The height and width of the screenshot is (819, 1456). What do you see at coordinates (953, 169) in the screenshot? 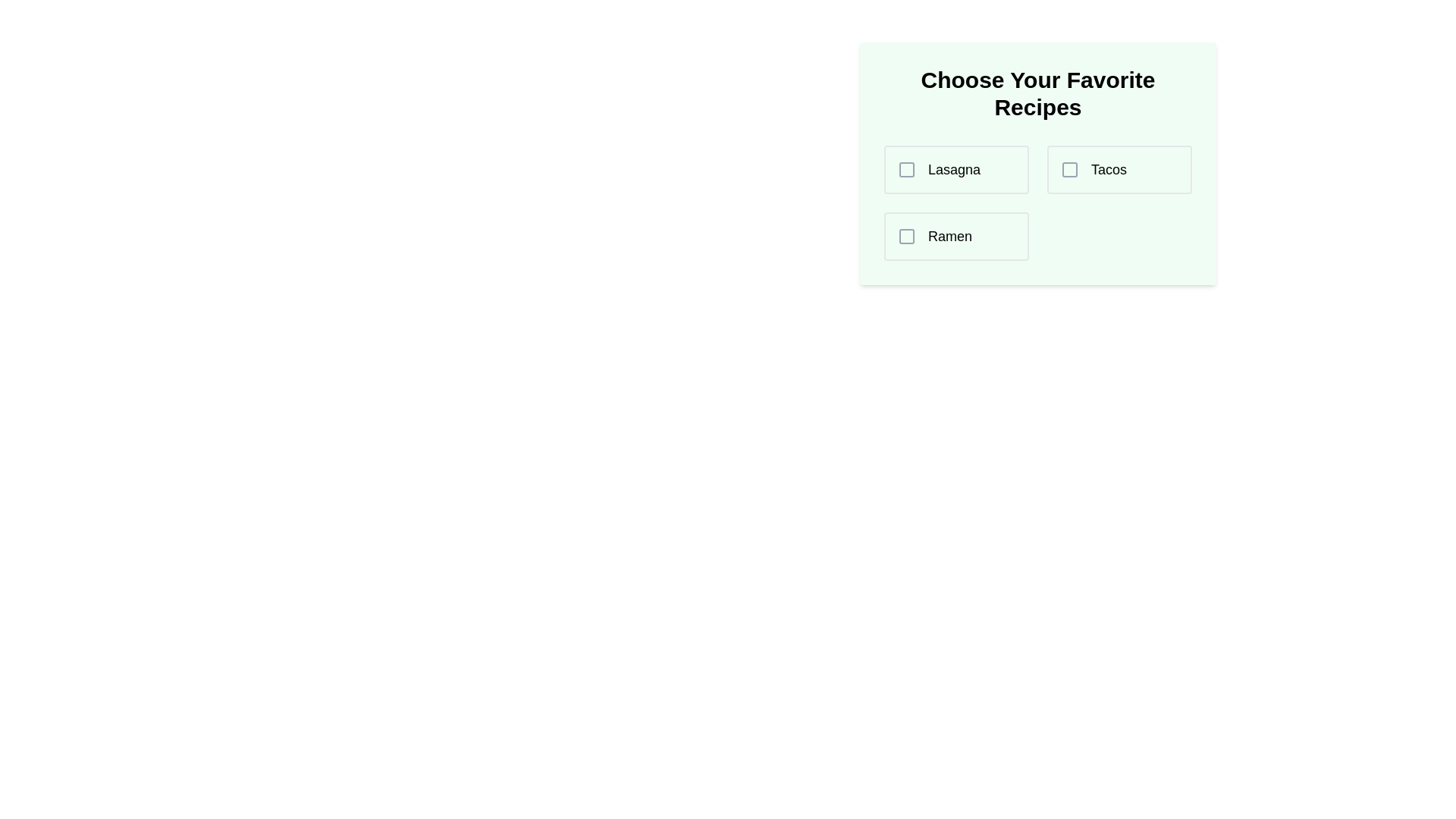
I see `the text label displaying 'Lasagna', which is styled in bold and is part of the 'Choose Your Favorite Recipes' section, positioned beside a checkbox` at bounding box center [953, 169].